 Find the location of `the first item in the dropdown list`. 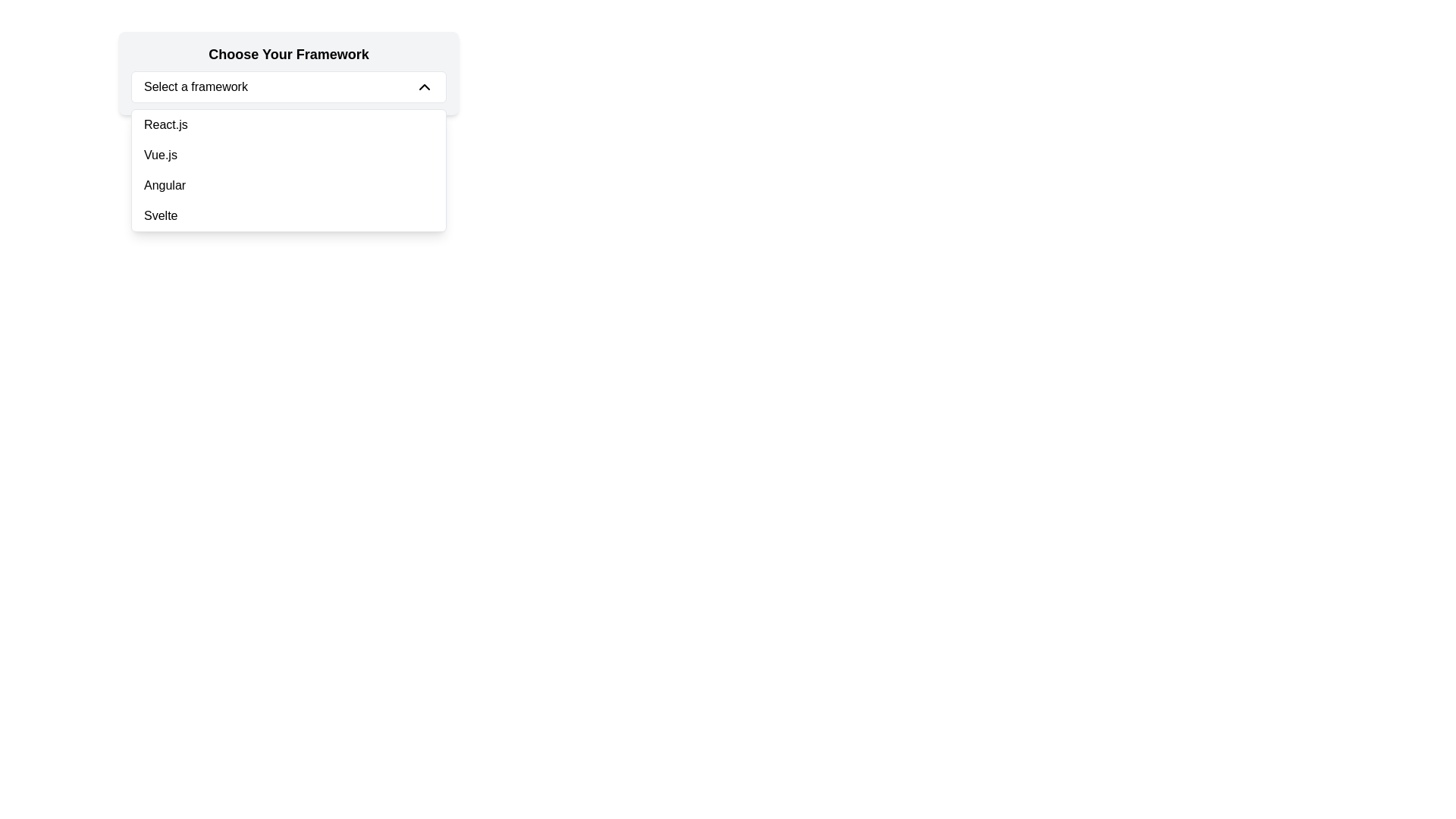

the first item in the dropdown list is located at coordinates (288, 124).